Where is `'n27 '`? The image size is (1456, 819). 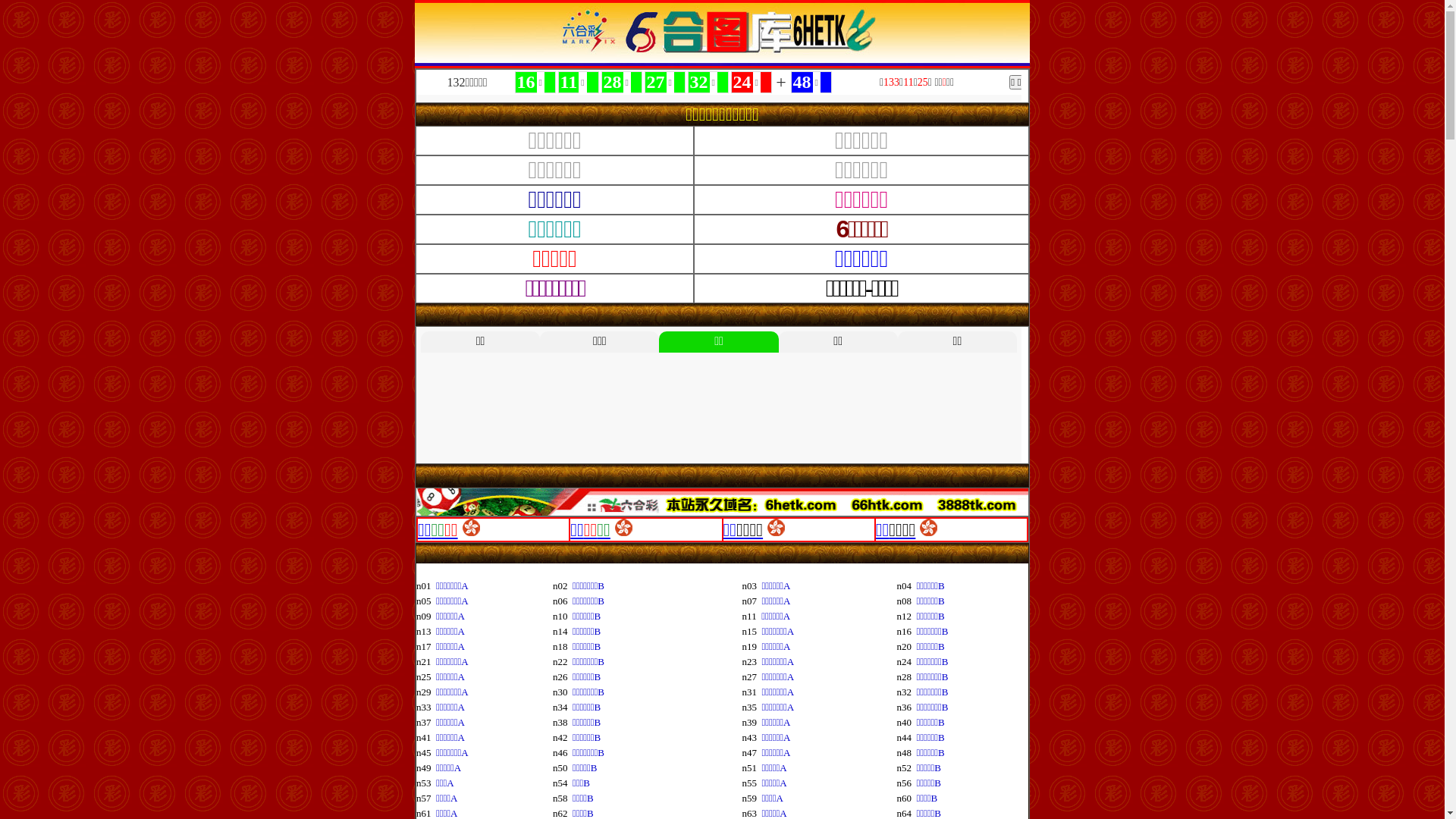 'n27 ' is located at coordinates (752, 676).